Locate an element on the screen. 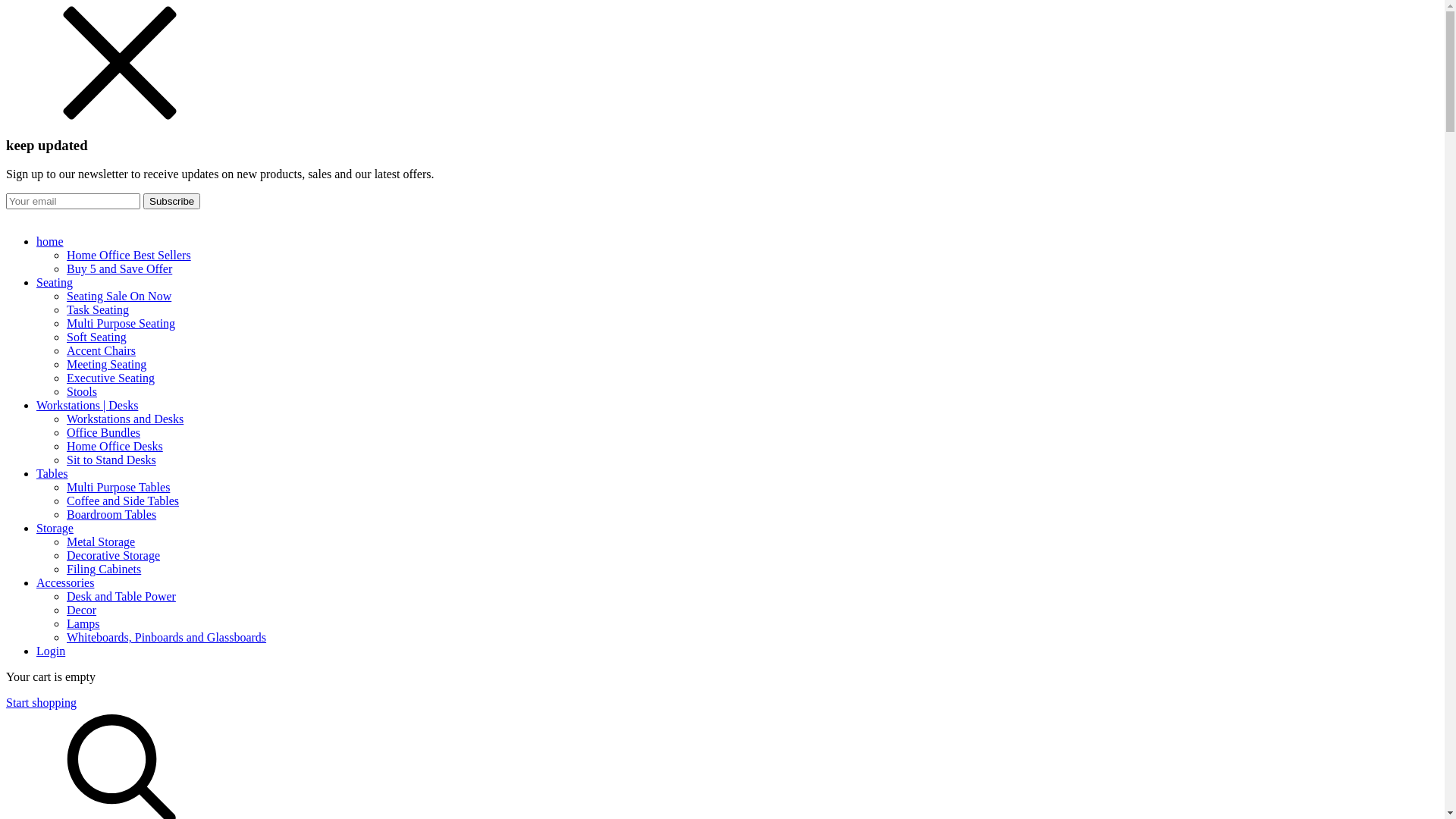  'Accent Chairs' is located at coordinates (100, 350).